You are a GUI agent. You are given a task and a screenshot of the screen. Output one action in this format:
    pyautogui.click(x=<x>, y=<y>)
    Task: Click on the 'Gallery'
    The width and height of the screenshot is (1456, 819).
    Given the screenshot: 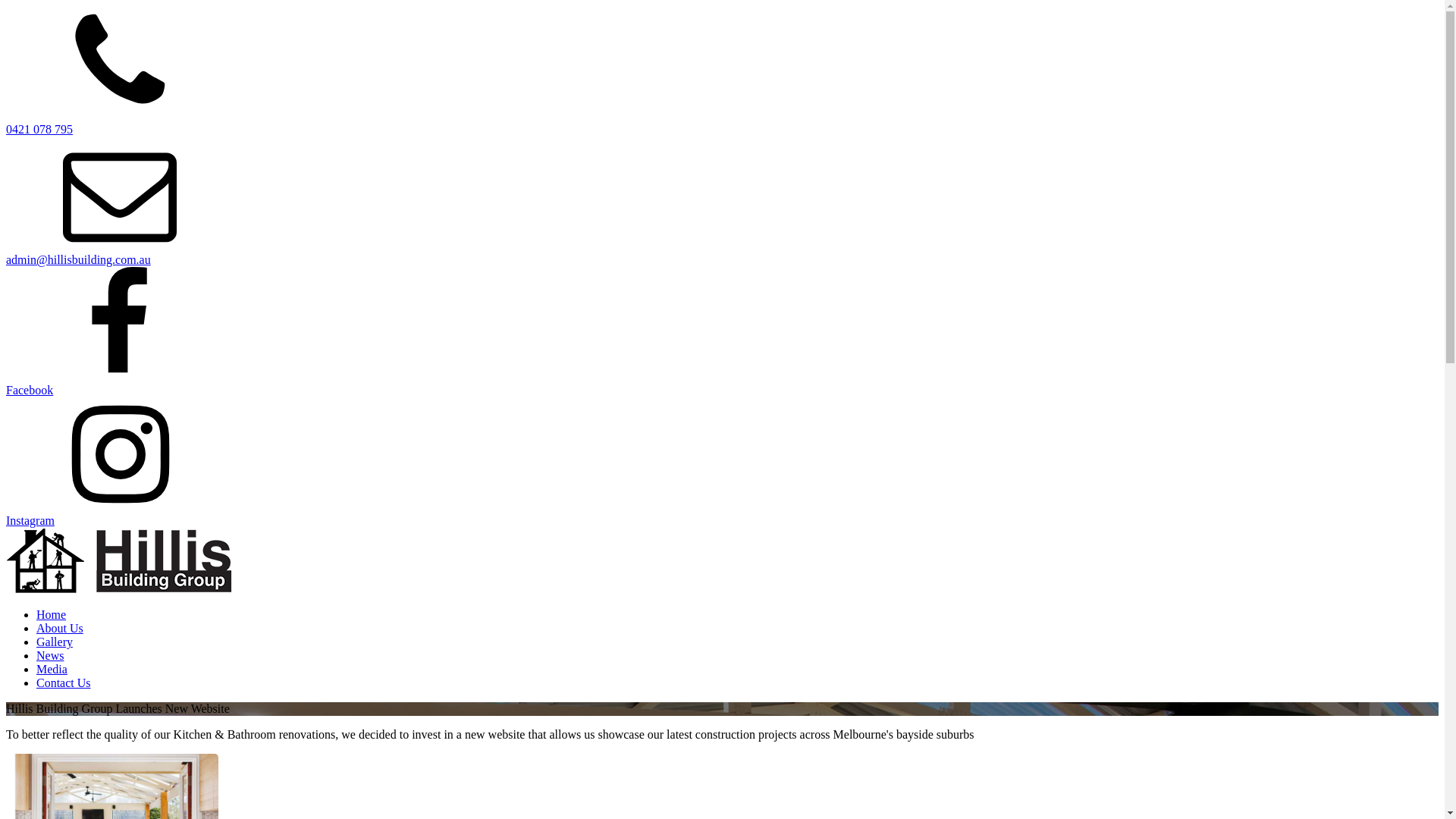 What is the action you would take?
    pyautogui.click(x=55, y=642)
    